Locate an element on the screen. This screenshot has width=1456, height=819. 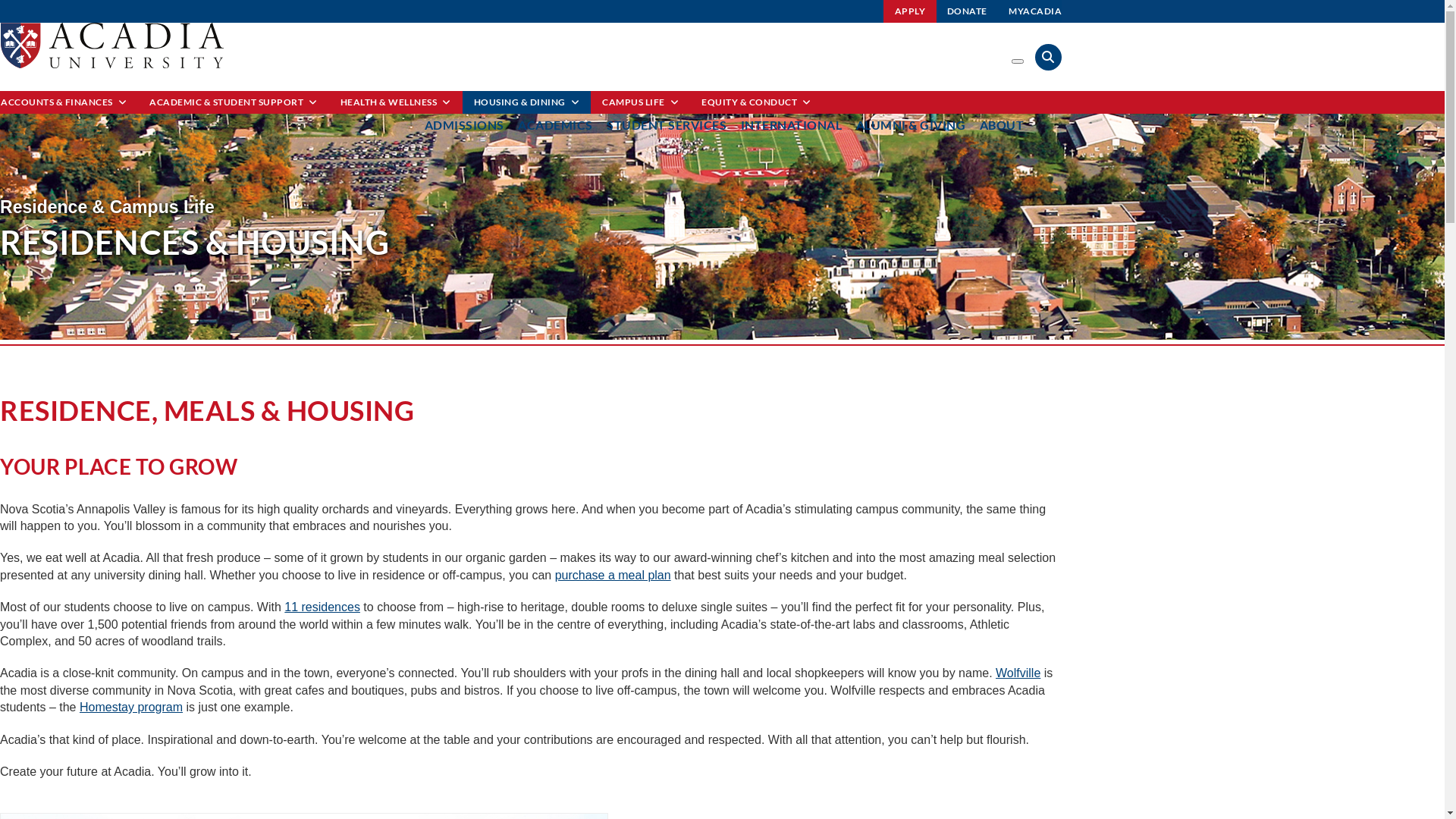
'Homestay program' is located at coordinates (79, 707).